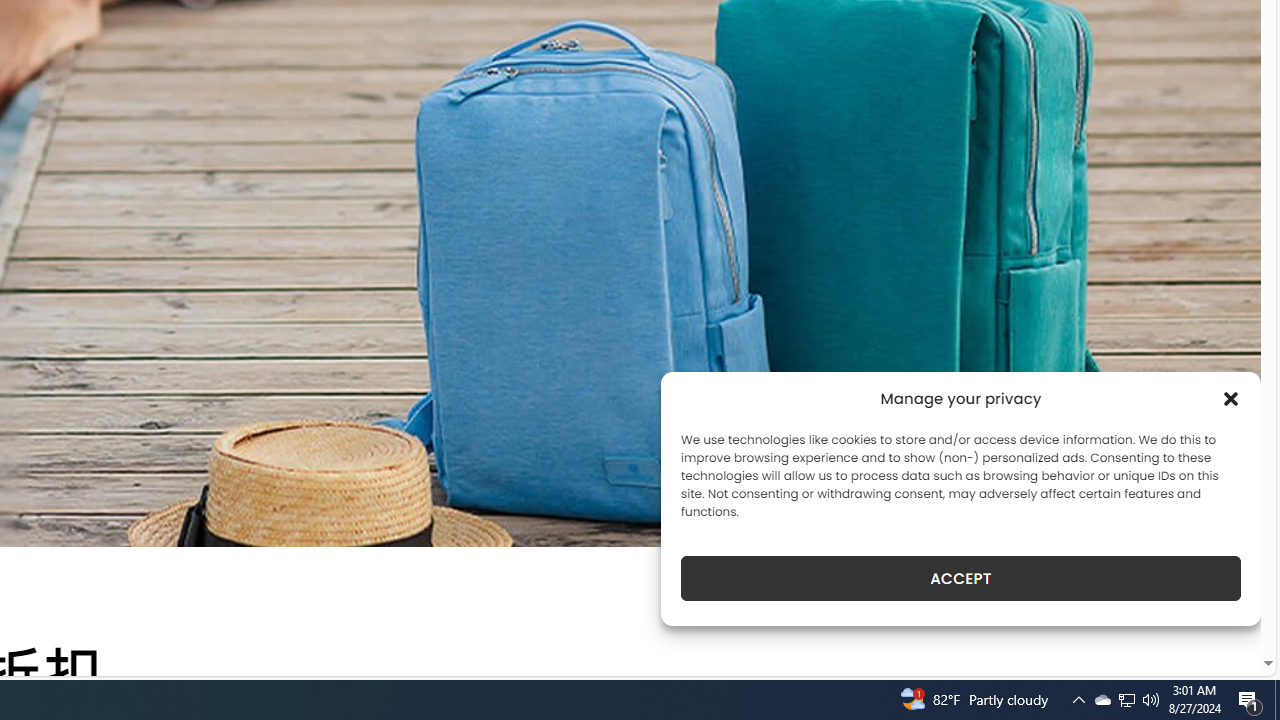  What do you see at coordinates (961, 578) in the screenshot?
I see `'ACCEPT'` at bounding box center [961, 578].